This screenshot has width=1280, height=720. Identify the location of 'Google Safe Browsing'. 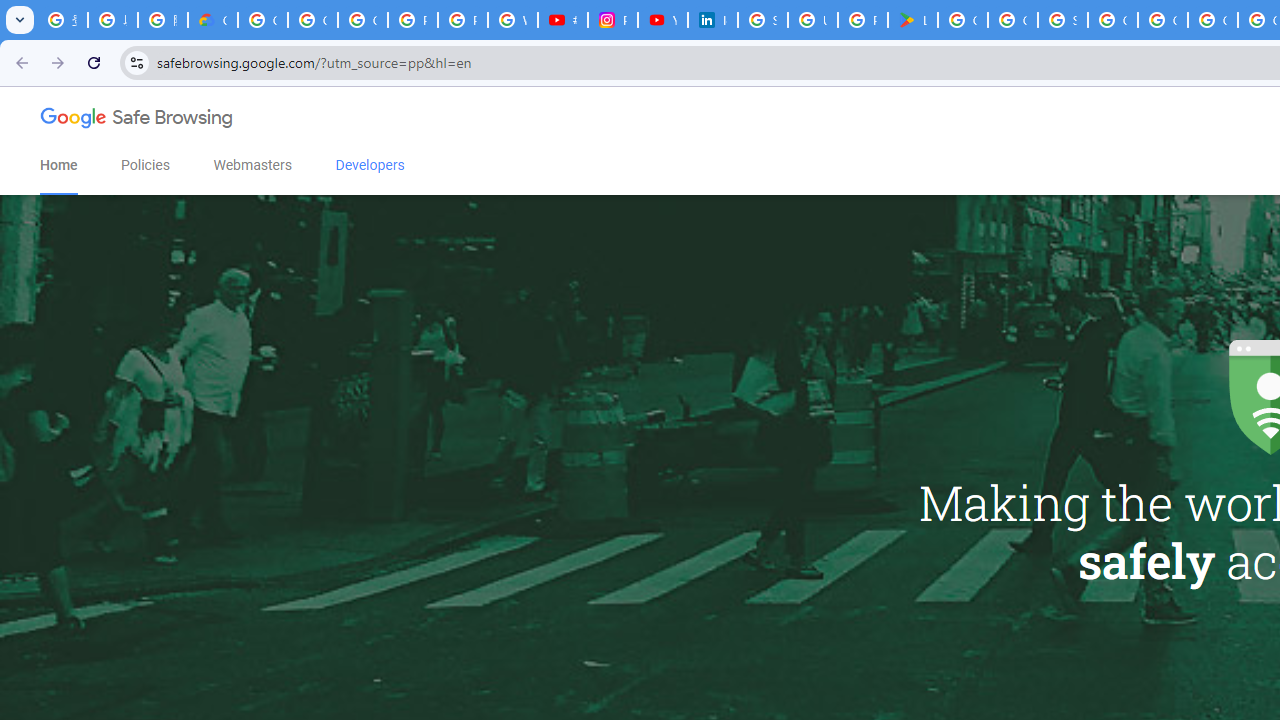
(136, 121).